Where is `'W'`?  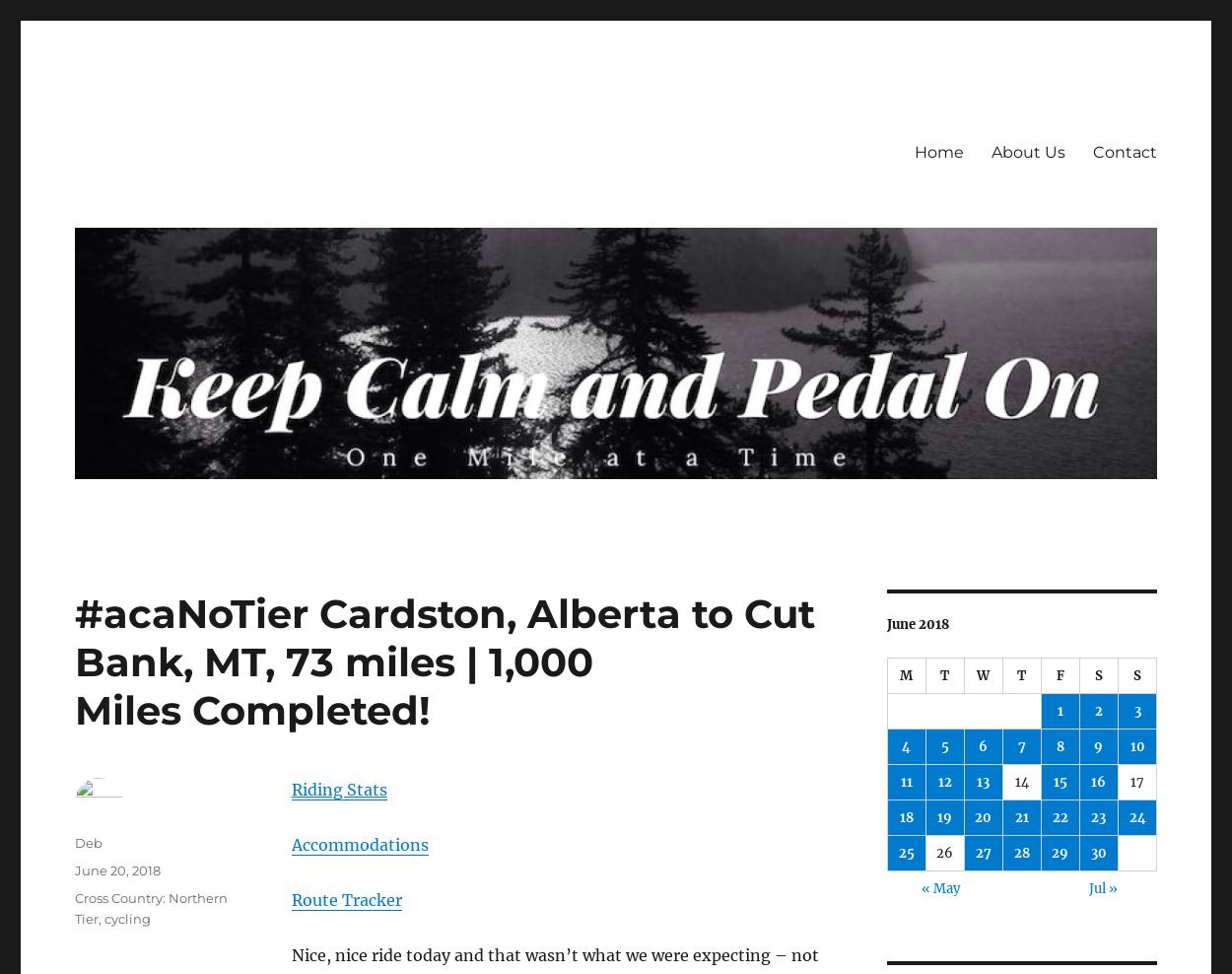
'W' is located at coordinates (982, 675).